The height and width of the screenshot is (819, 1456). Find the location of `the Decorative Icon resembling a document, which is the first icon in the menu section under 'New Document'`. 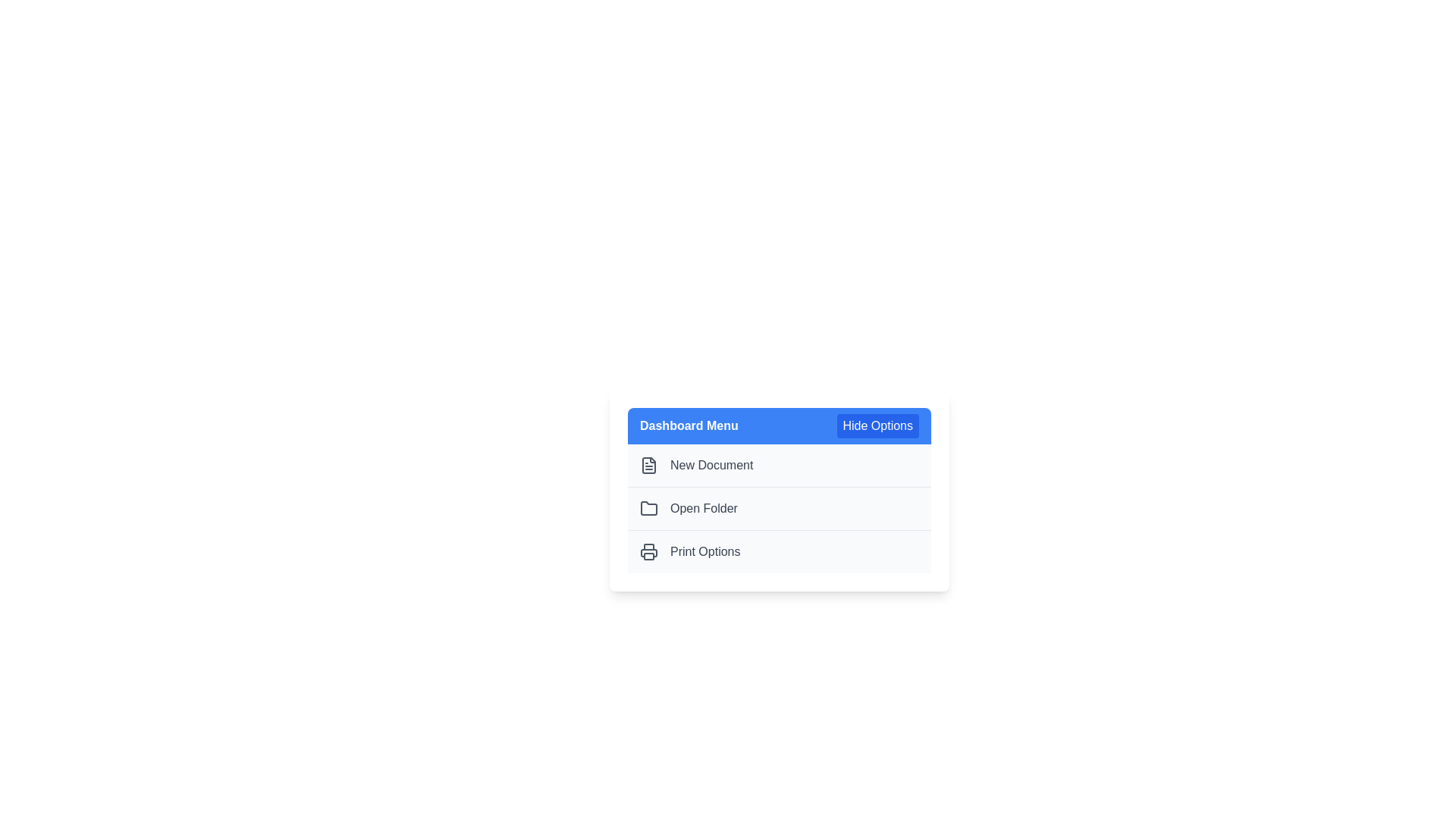

the Decorative Icon resembling a document, which is the first icon in the menu section under 'New Document' is located at coordinates (648, 464).